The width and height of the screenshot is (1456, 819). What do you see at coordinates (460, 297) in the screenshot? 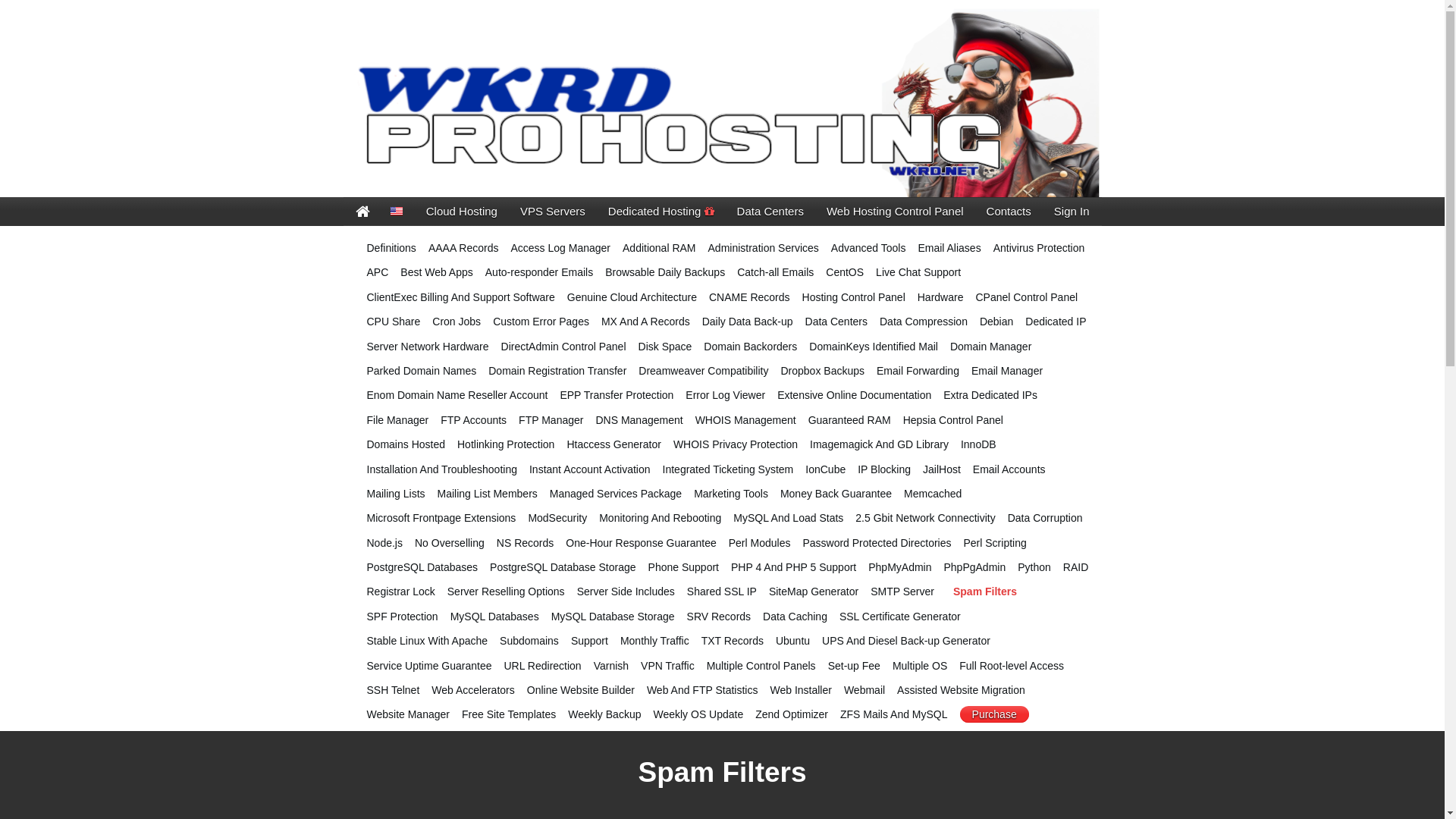
I see `'ClientExec Billing And Support Software'` at bounding box center [460, 297].